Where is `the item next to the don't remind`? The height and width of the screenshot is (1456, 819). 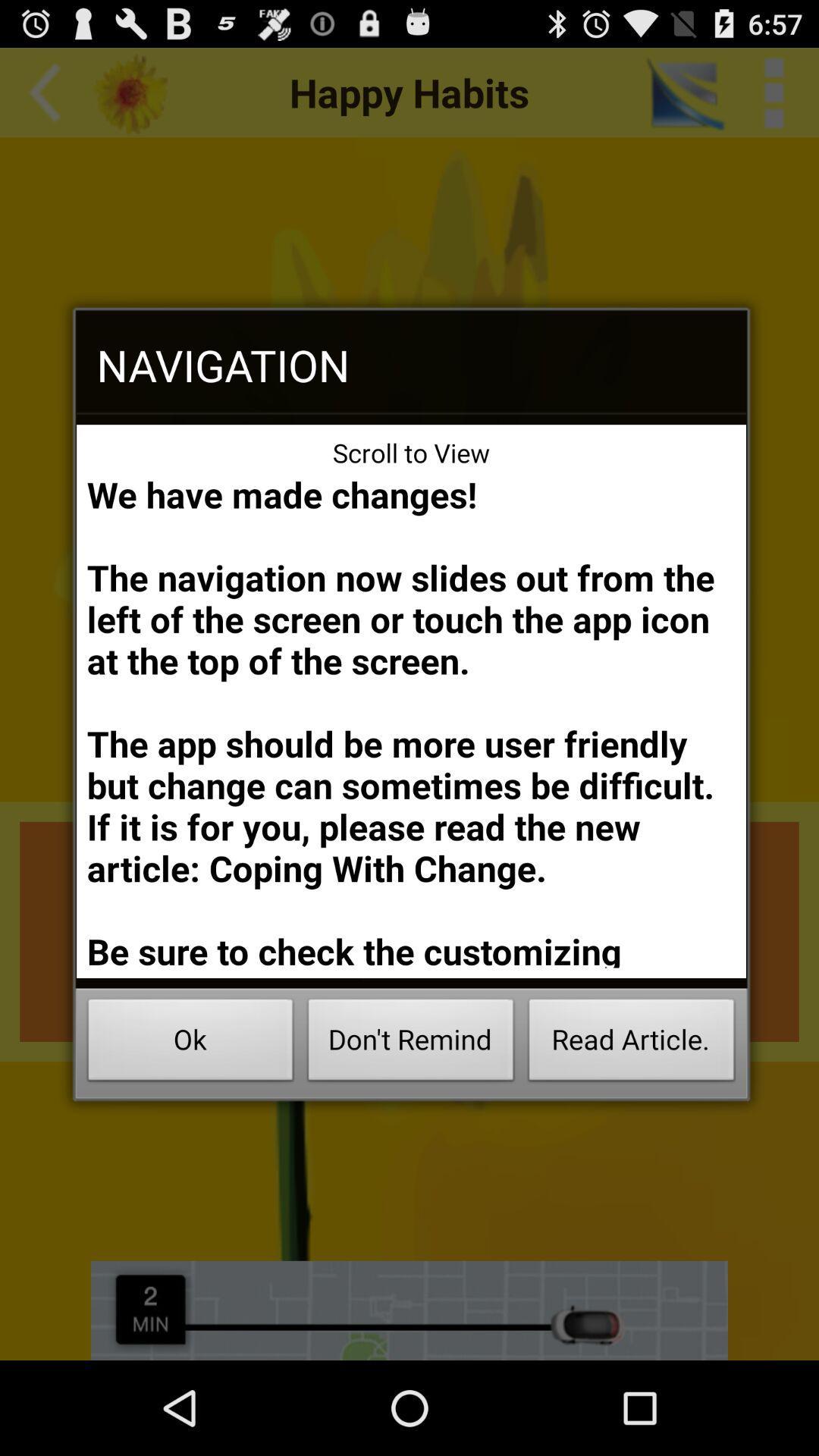
the item next to the don't remind is located at coordinates (190, 1043).